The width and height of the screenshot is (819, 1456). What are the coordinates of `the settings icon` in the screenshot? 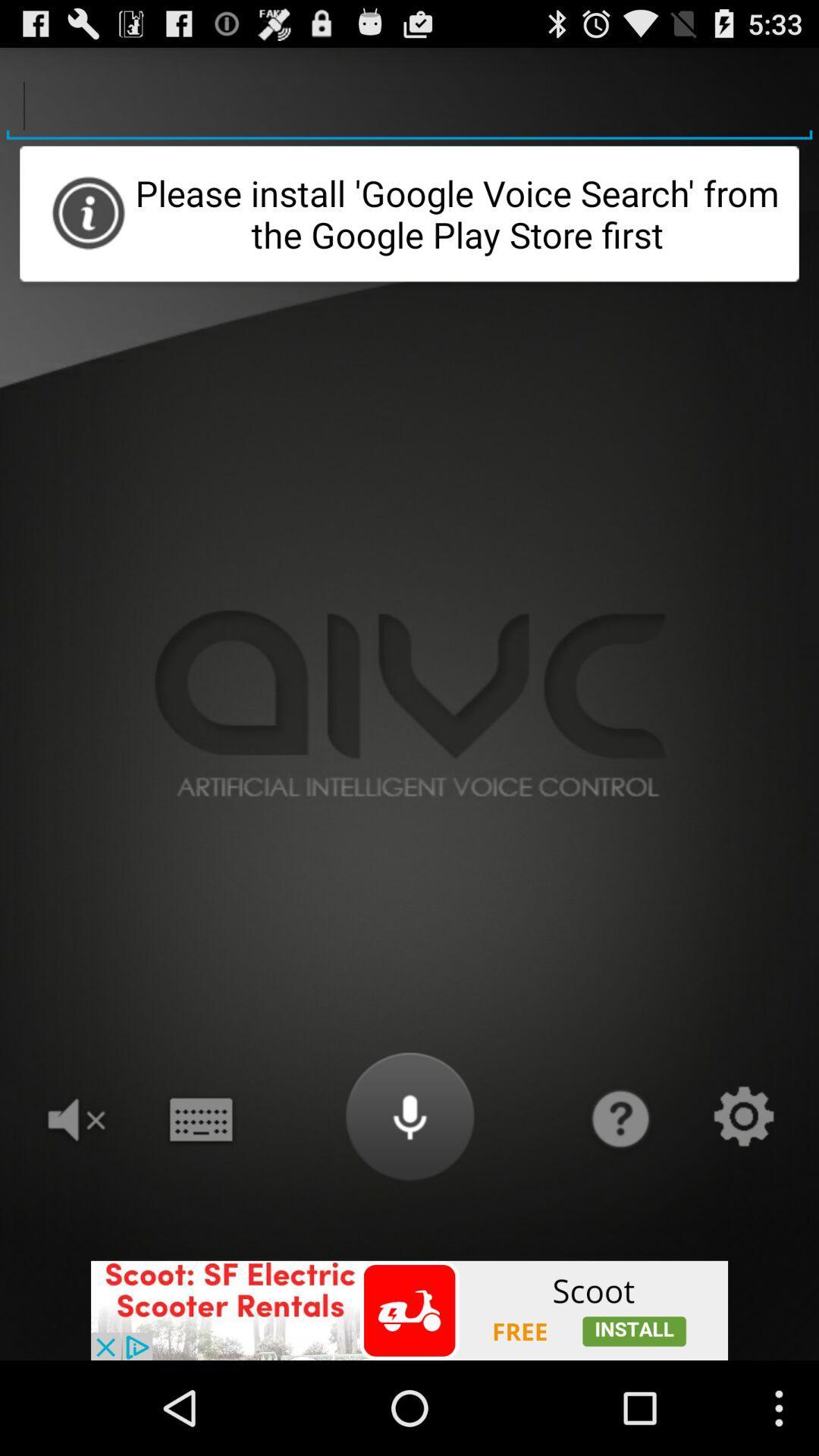 It's located at (743, 1194).